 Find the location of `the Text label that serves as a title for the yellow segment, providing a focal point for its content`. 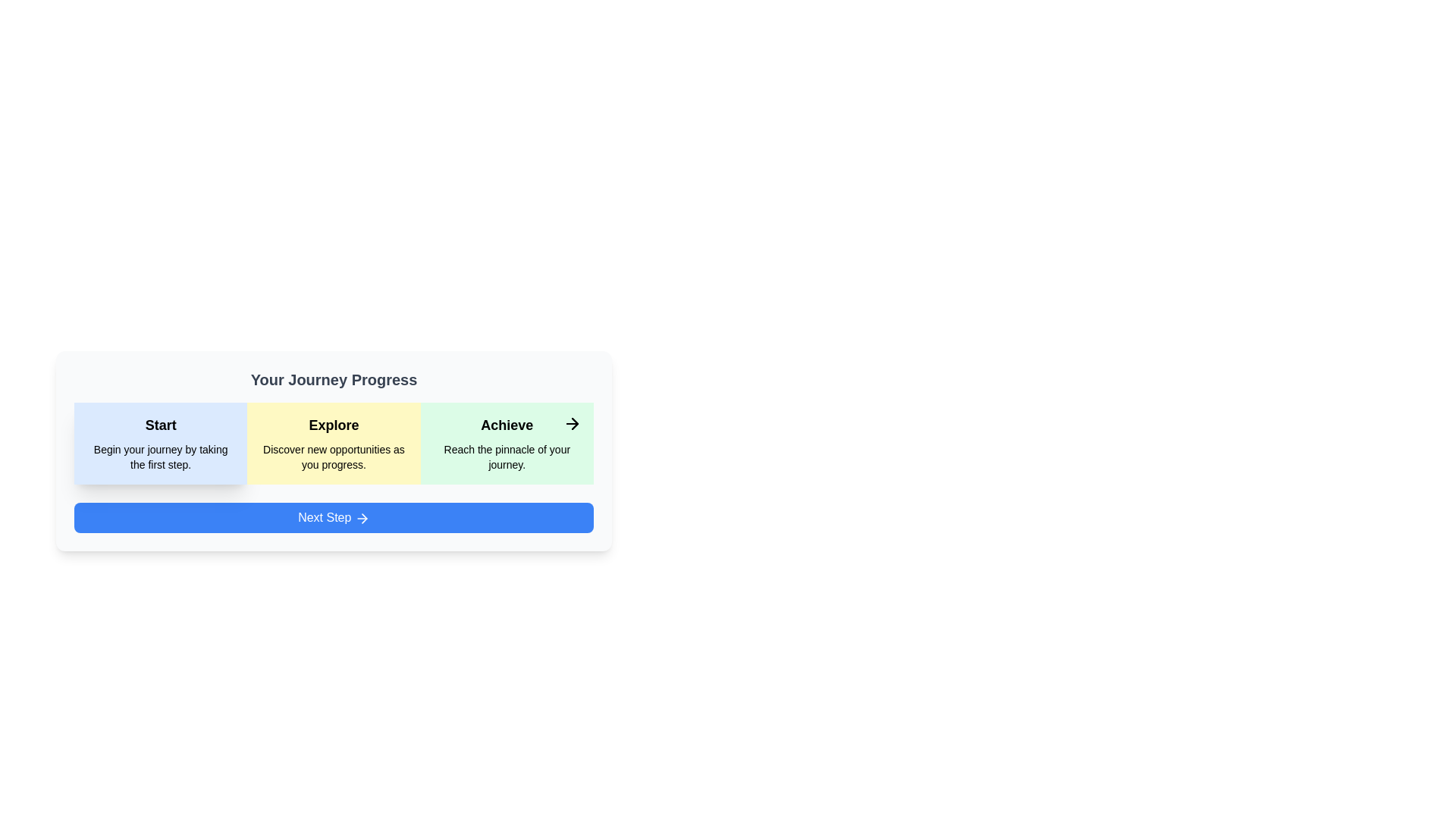

the Text label that serves as a title for the yellow segment, providing a focal point for its content is located at coordinates (333, 425).